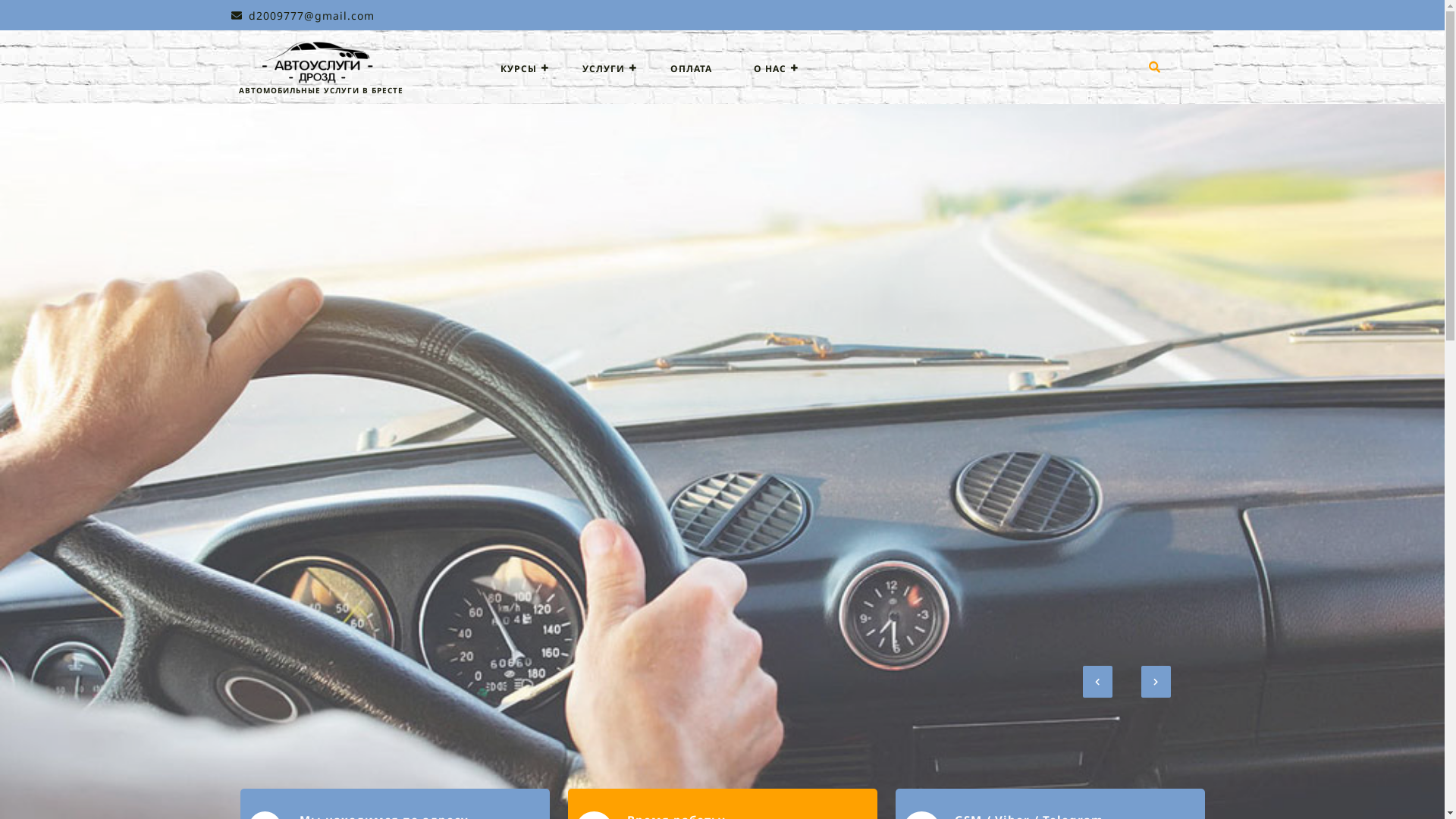  What do you see at coordinates (1156, 77) in the screenshot?
I see `'Search'` at bounding box center [1156, 77].